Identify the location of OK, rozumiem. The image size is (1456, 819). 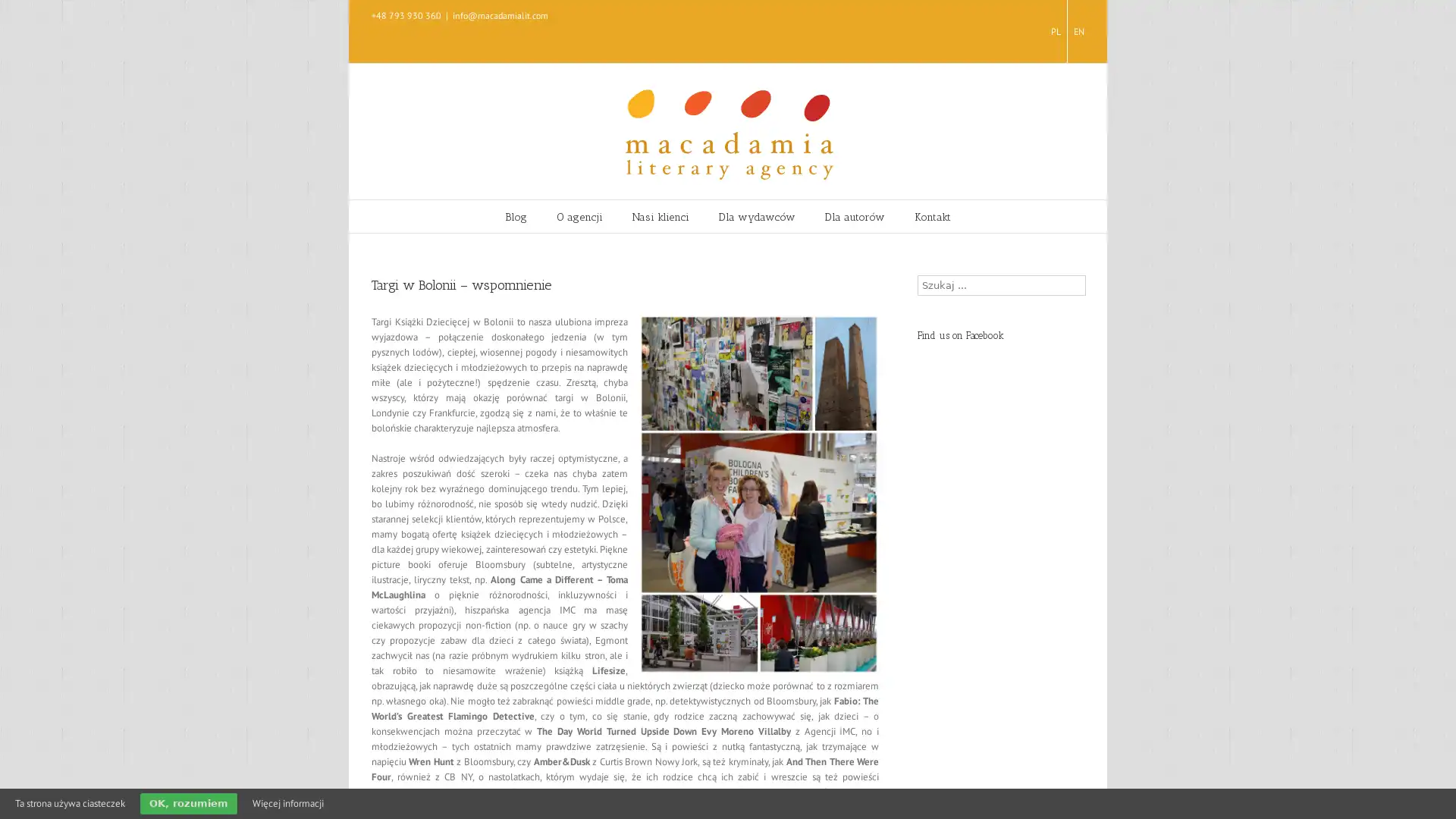
(188, 803).